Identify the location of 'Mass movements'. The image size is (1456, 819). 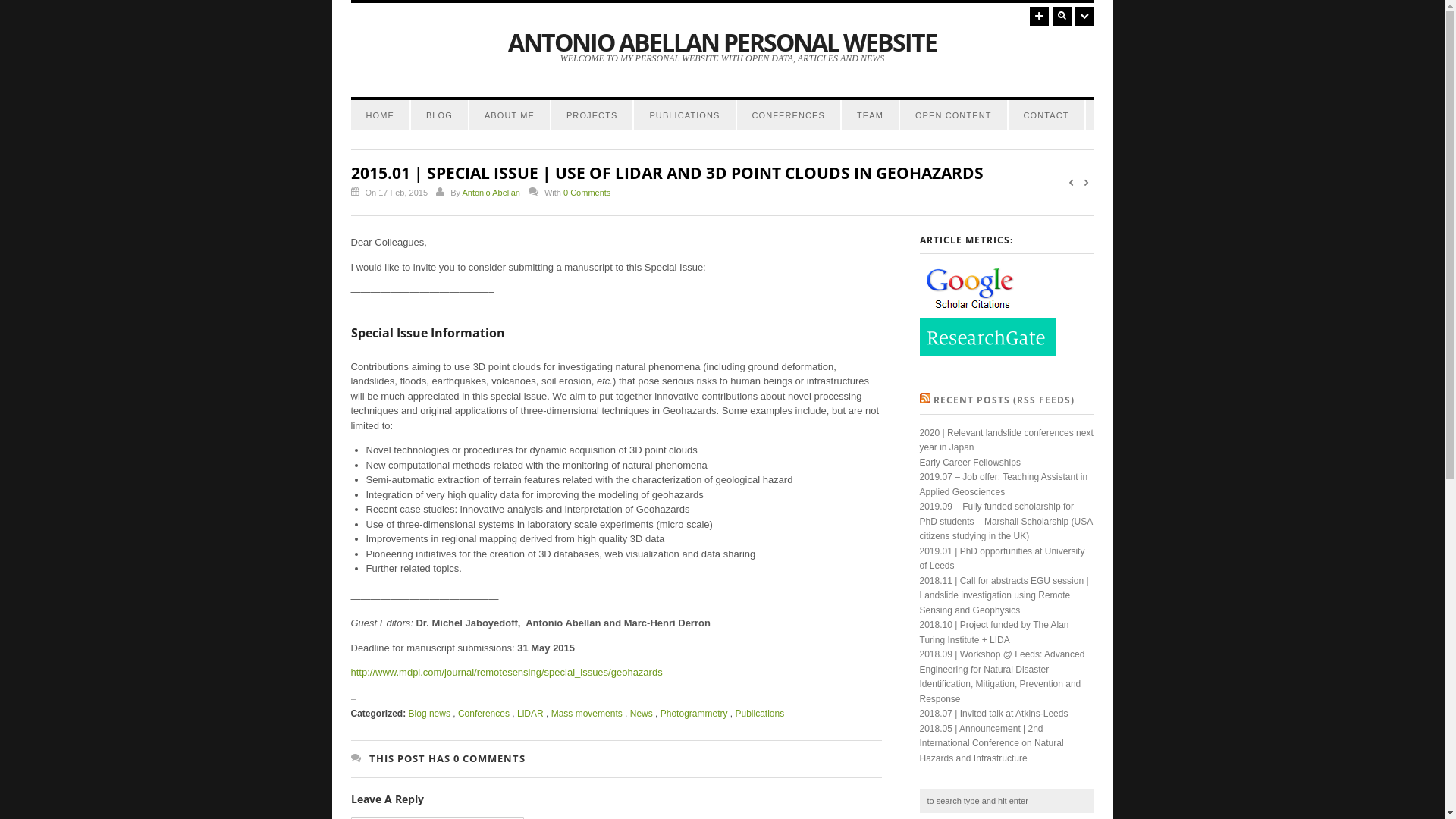
(550, 714).